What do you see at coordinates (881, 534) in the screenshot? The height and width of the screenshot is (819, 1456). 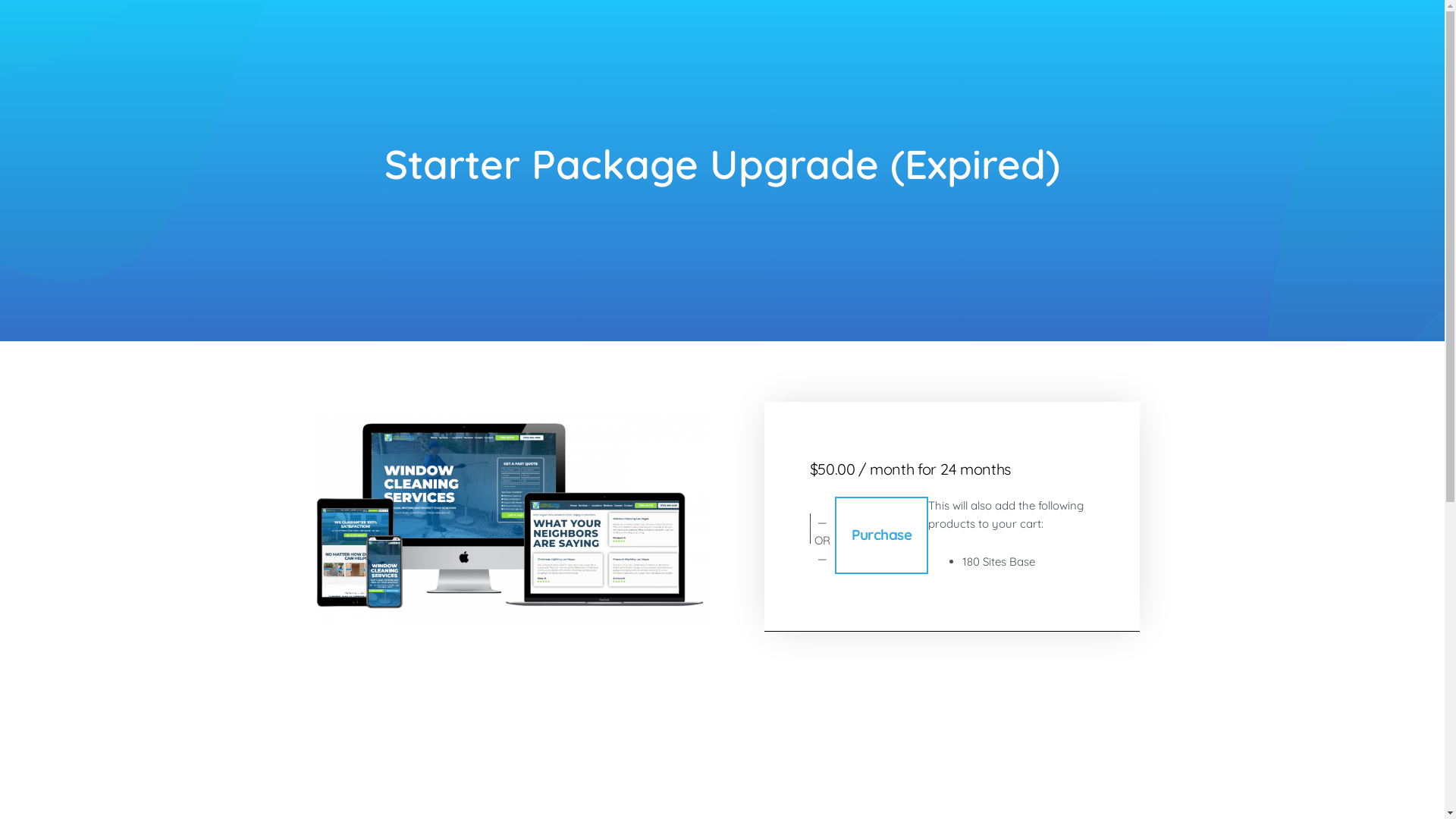 I see `'Purchase'` at bounding box center [881, 534].